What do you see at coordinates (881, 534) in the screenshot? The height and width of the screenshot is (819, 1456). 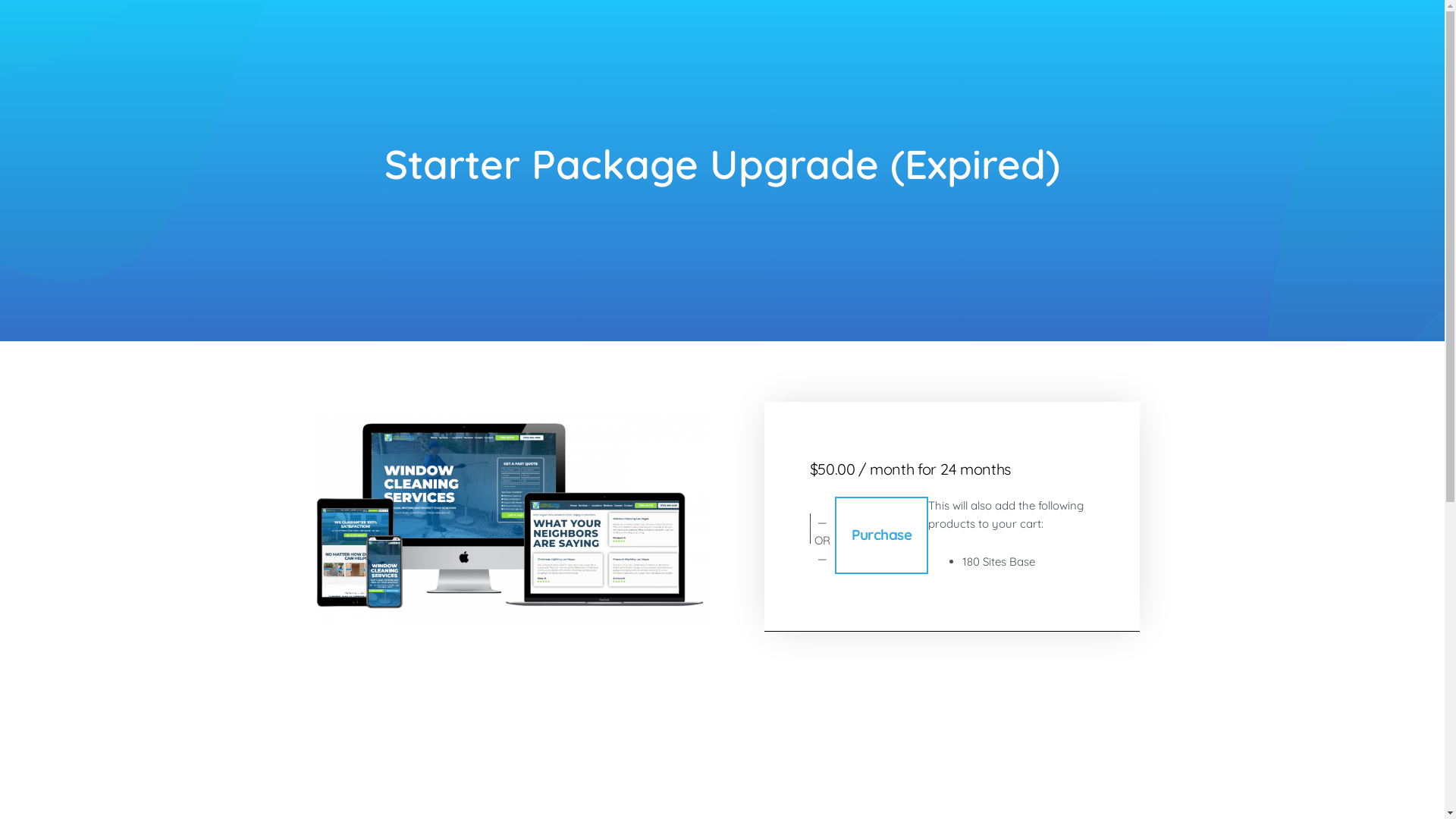 I see `'Purchase'` at bounding box center [881, 534].